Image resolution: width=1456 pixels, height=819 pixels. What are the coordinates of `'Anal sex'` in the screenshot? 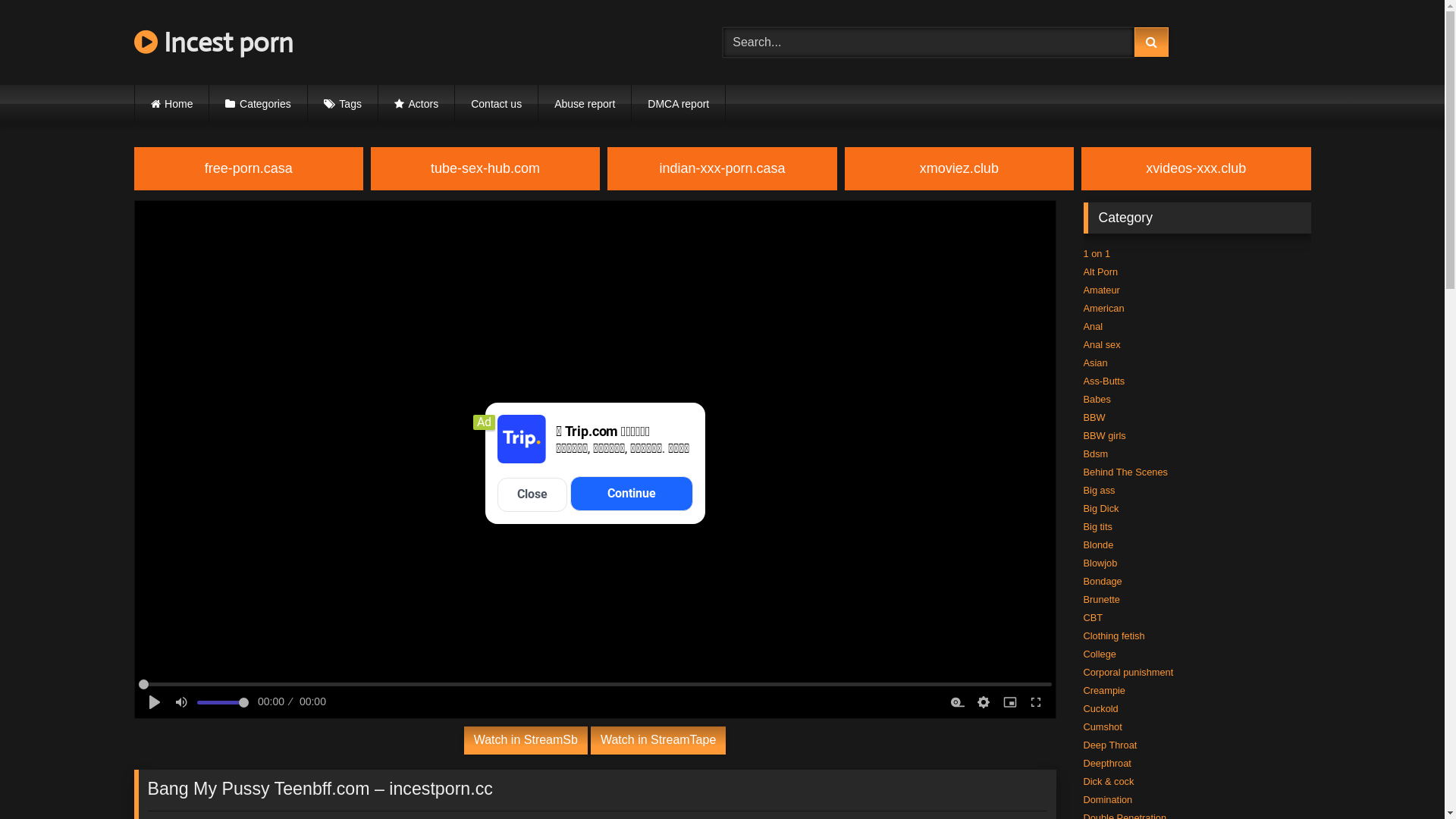 It's located at (1101, 344).